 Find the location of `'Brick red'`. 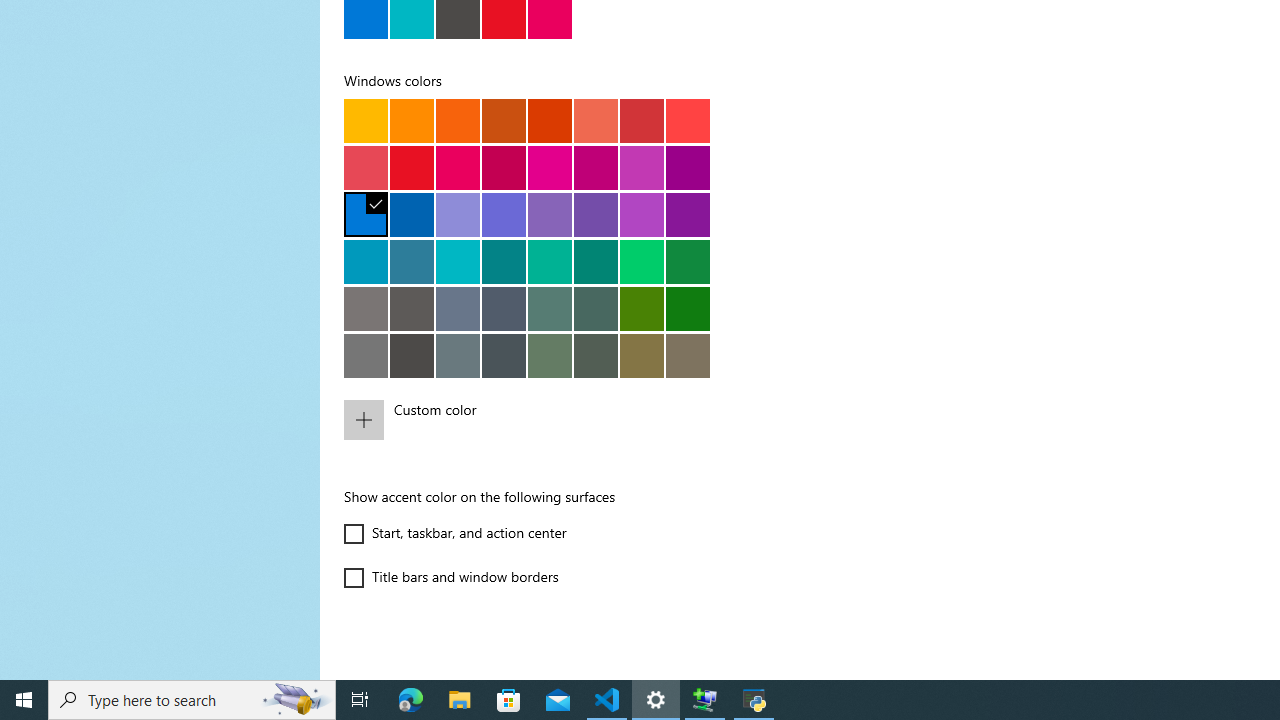

'Brick red' is located at coordinates (641, 120).